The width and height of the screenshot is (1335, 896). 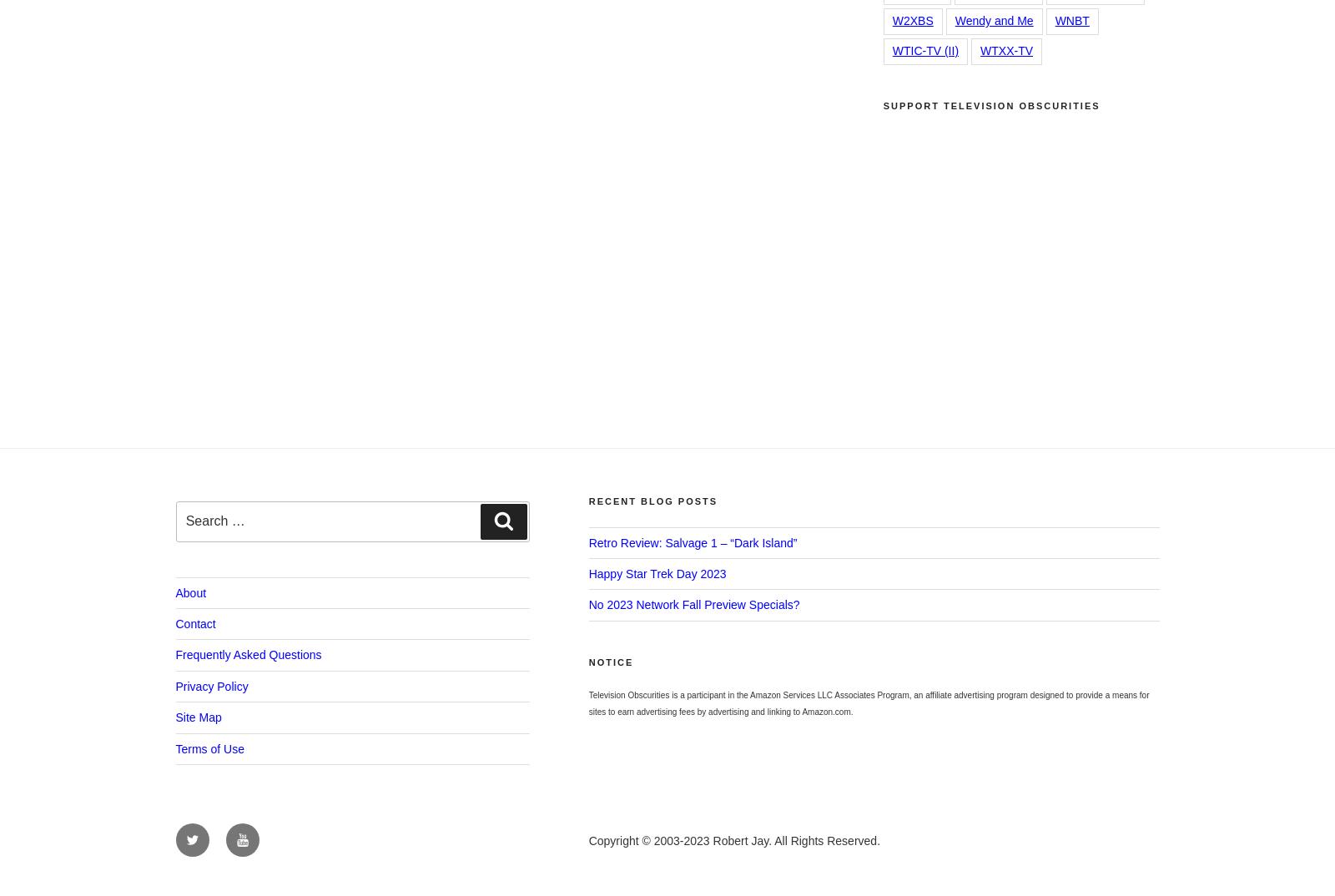 I want to click on 'Site Map', so click(x=198, y=717).